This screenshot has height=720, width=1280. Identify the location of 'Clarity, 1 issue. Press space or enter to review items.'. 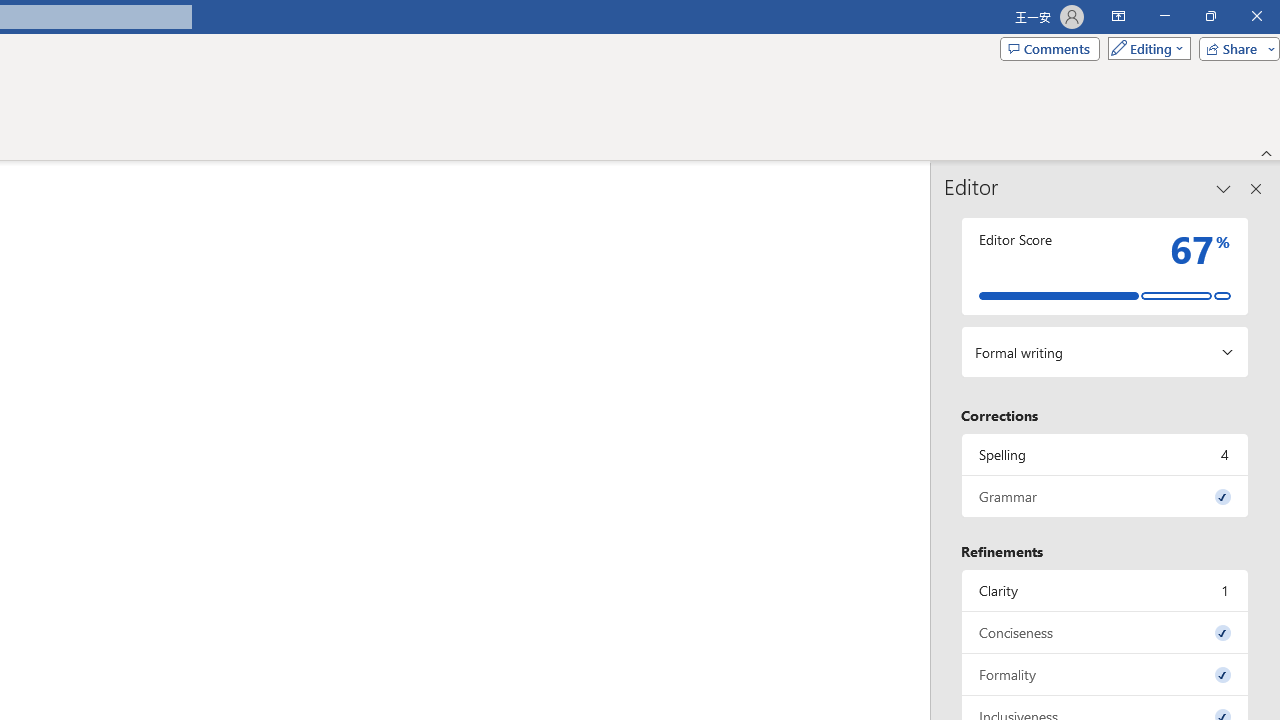
(1104, 589).